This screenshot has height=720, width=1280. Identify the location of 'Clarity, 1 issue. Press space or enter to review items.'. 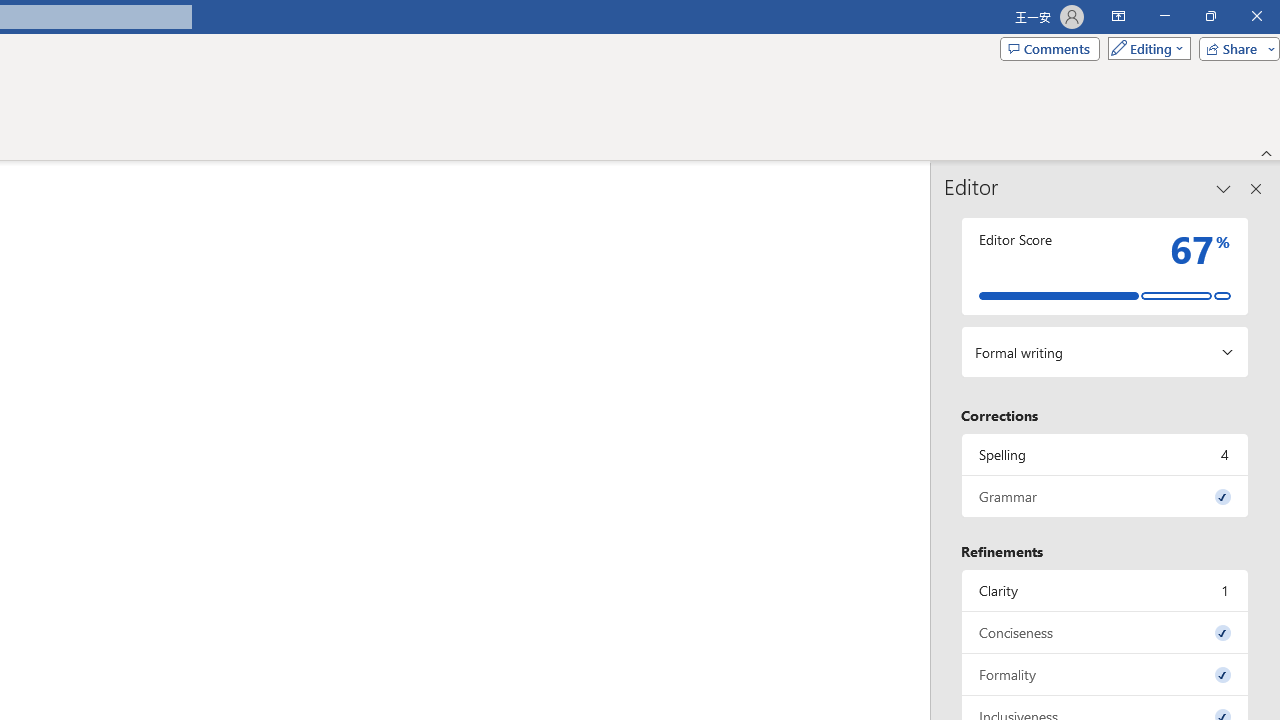
(1104, 589).